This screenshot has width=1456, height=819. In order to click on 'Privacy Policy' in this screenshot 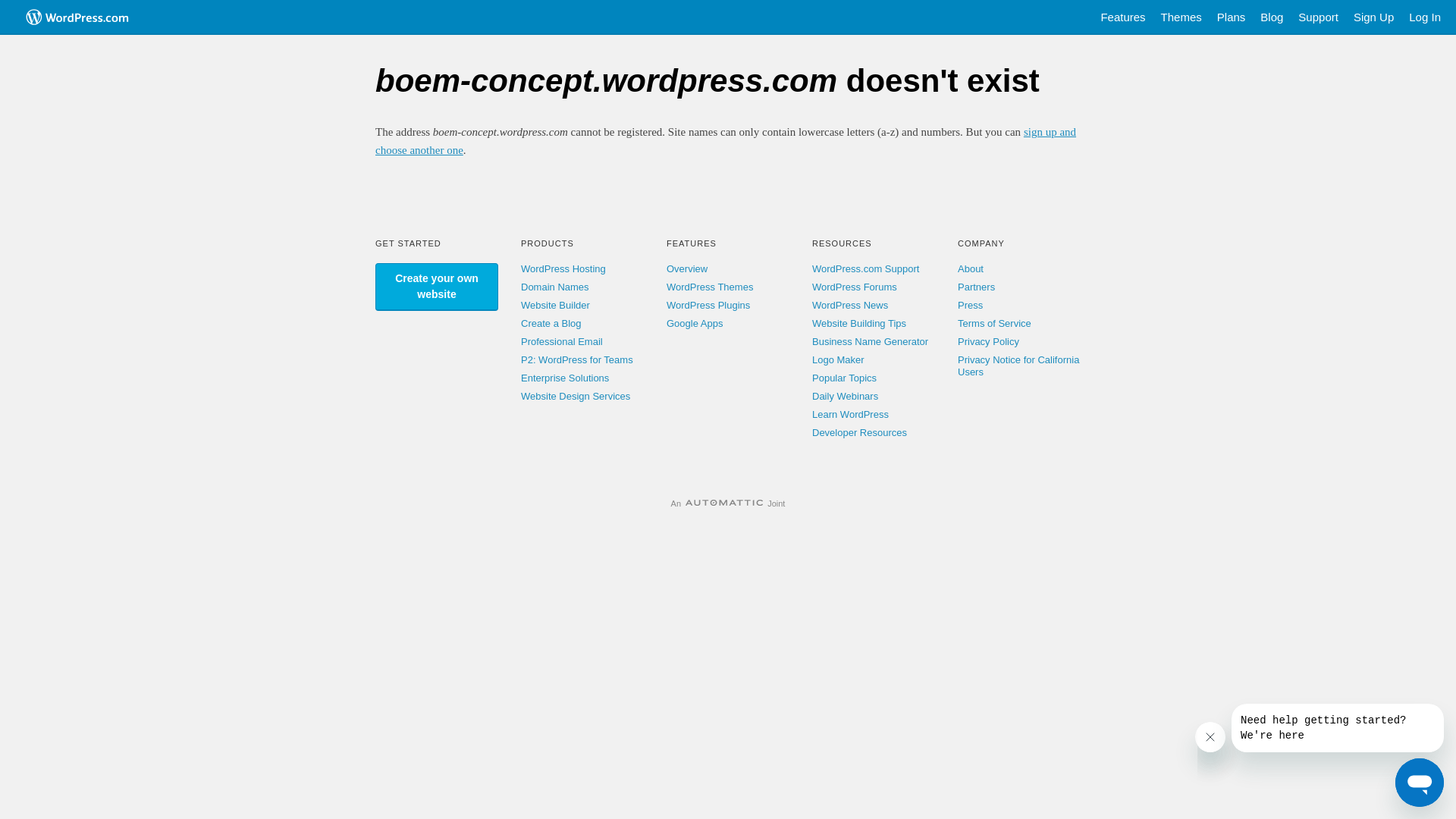, I will do `click(988, 341)`.